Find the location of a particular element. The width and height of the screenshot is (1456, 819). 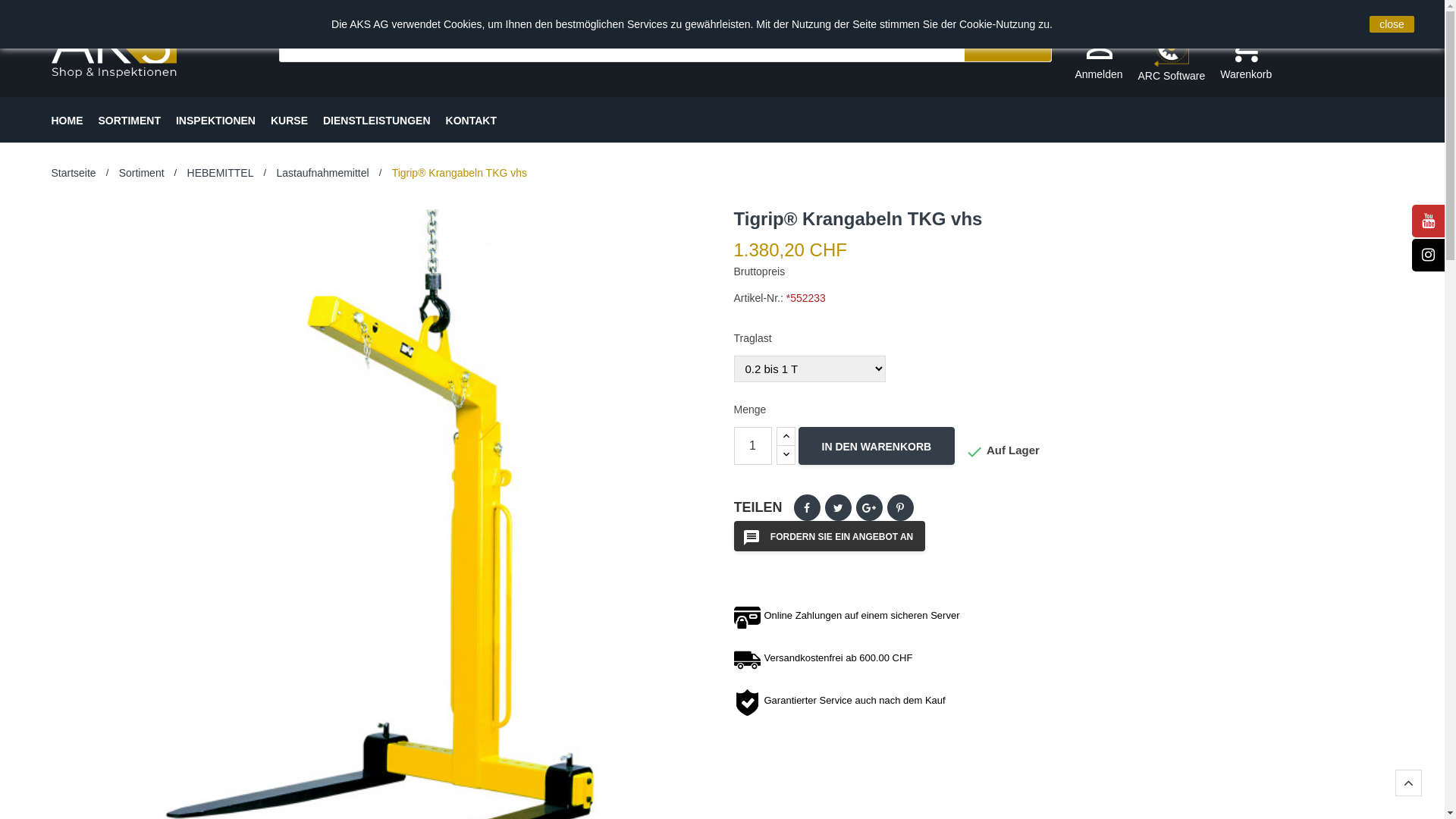

'HEBEMITTEL' is located at coordinates (186, 171).